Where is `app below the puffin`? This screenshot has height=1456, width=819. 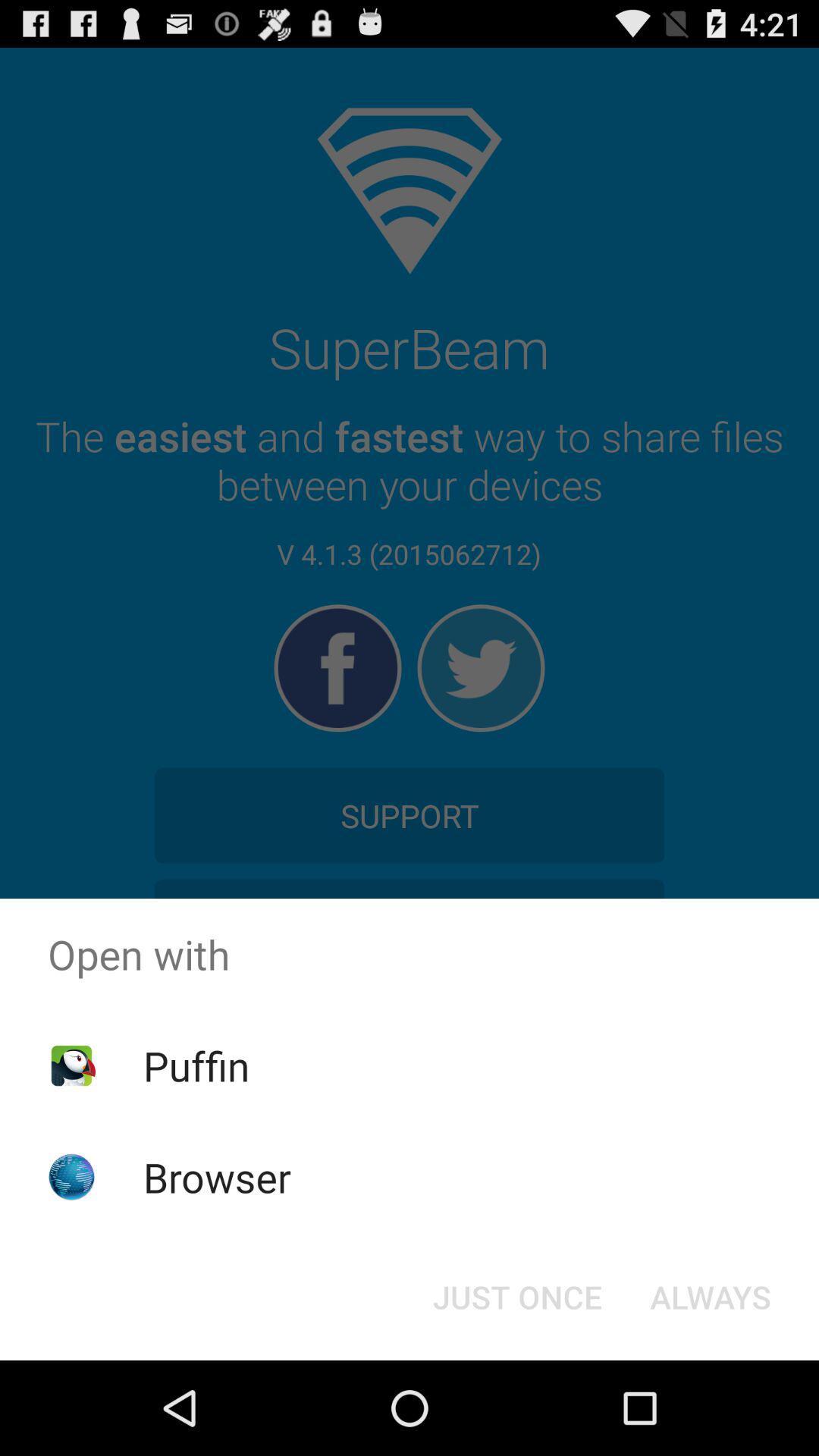 app below the puffin is located at coordinates (217, 1176).